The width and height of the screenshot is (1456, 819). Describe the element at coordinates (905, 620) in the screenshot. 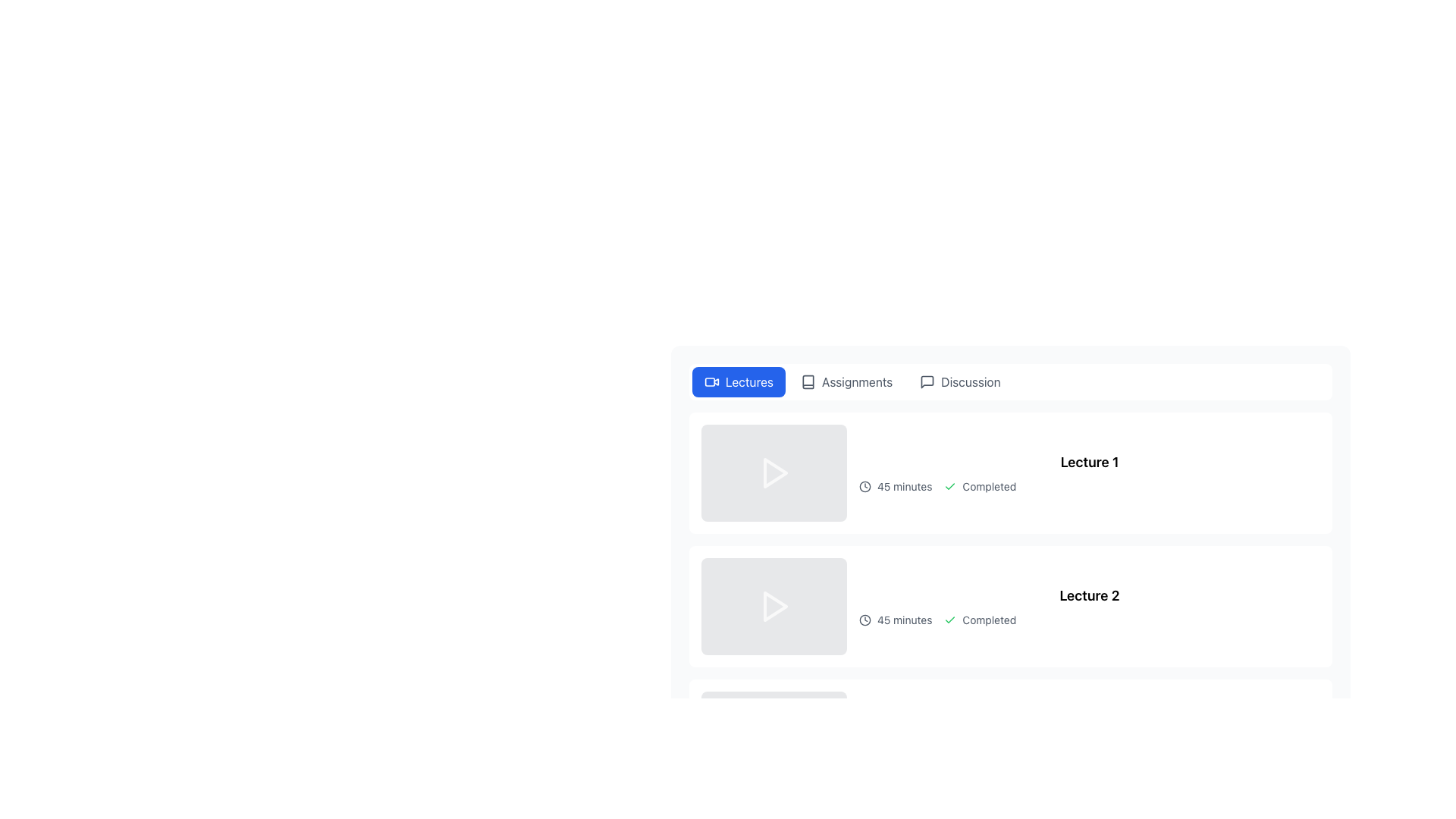

I see `the Text Label that displays the duration of the associated item or task, which is located between a clock icon and a green check mark icon` at that location.